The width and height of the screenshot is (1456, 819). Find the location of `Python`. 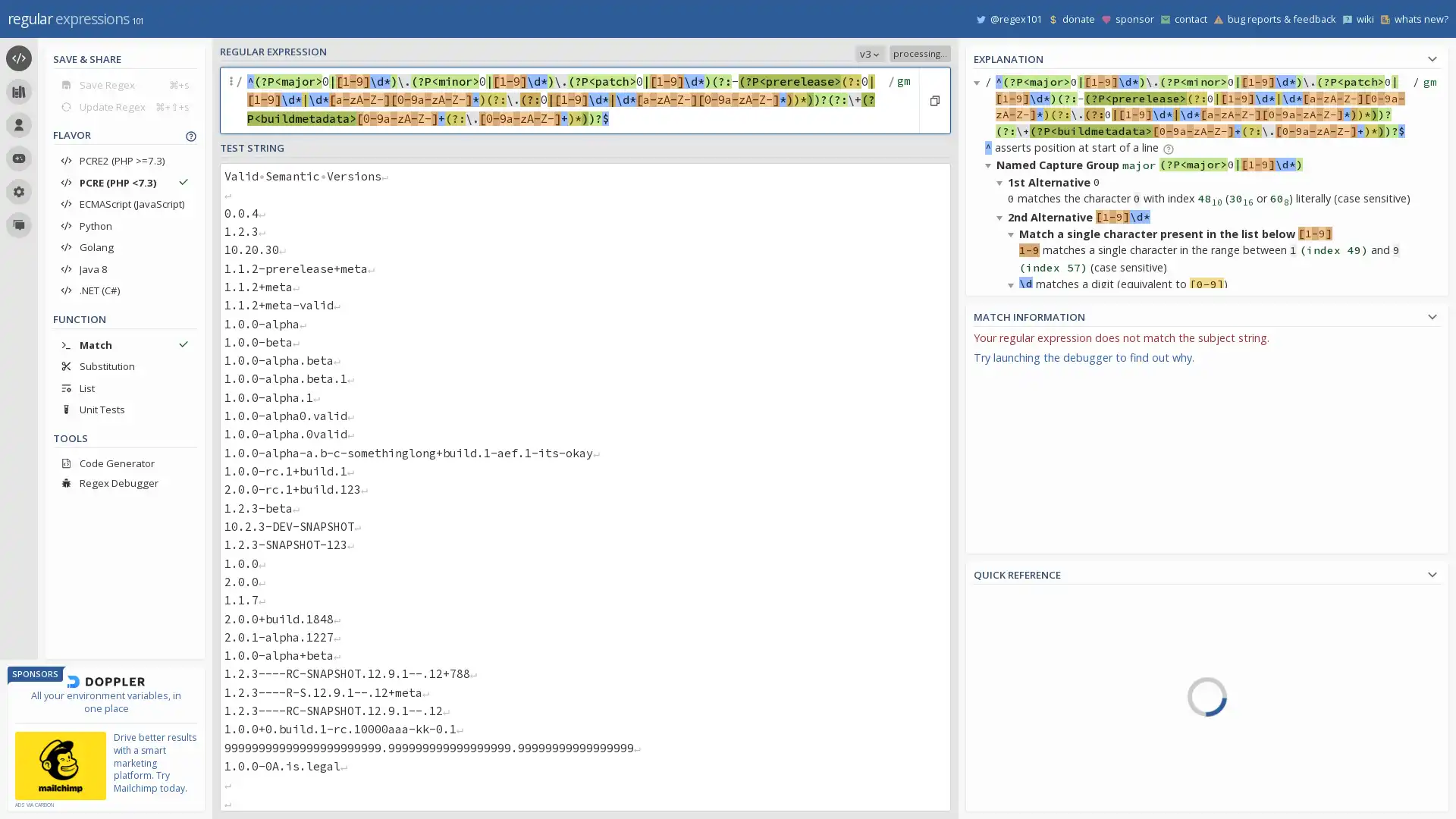

Python is located at coordinates (124, 225).